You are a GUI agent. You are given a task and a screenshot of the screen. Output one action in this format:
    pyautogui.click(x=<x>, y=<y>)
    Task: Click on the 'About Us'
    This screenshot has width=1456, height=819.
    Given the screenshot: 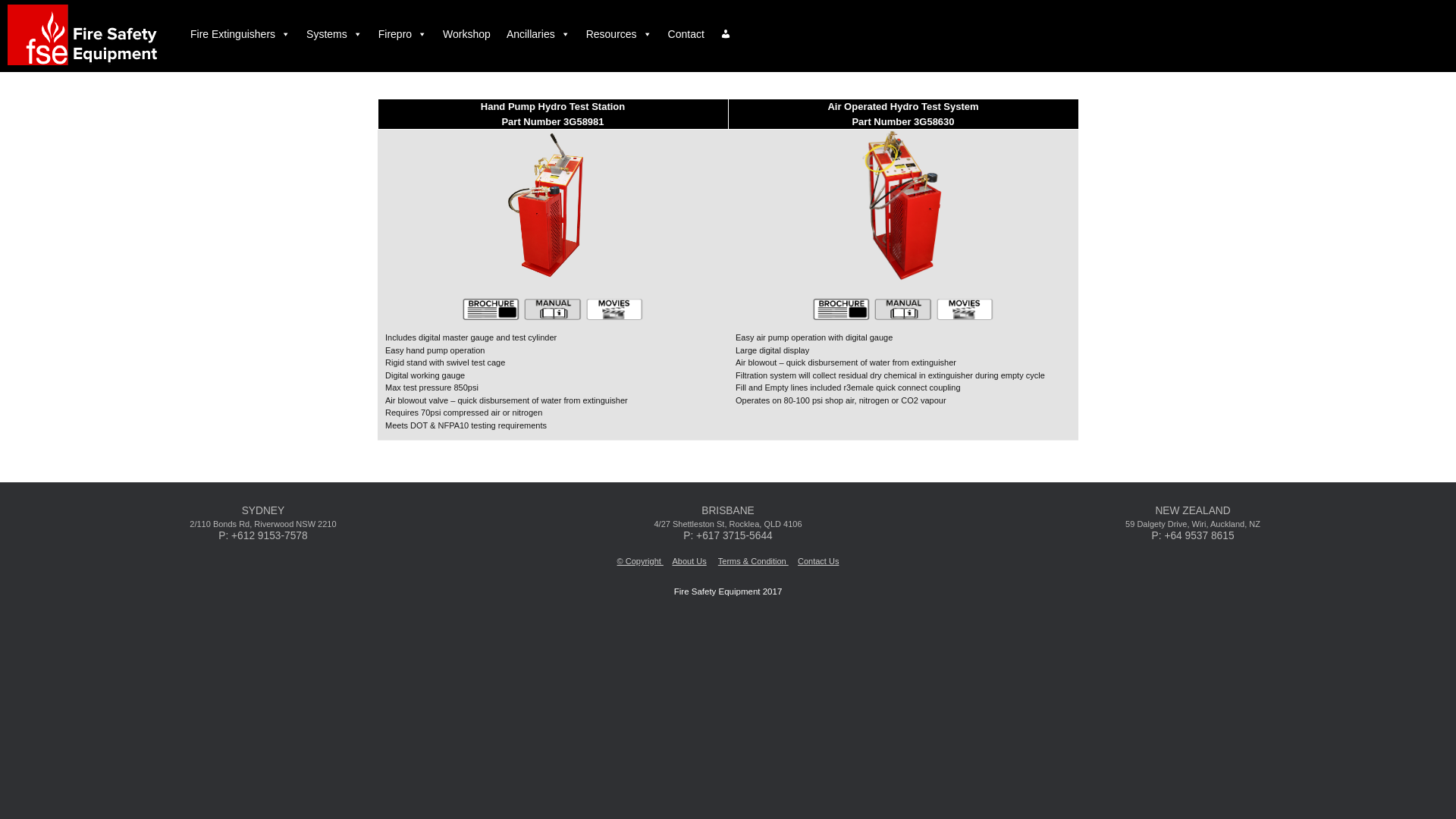 What is the action you would take?
    pyautogui.click(x=688, y=561)
    